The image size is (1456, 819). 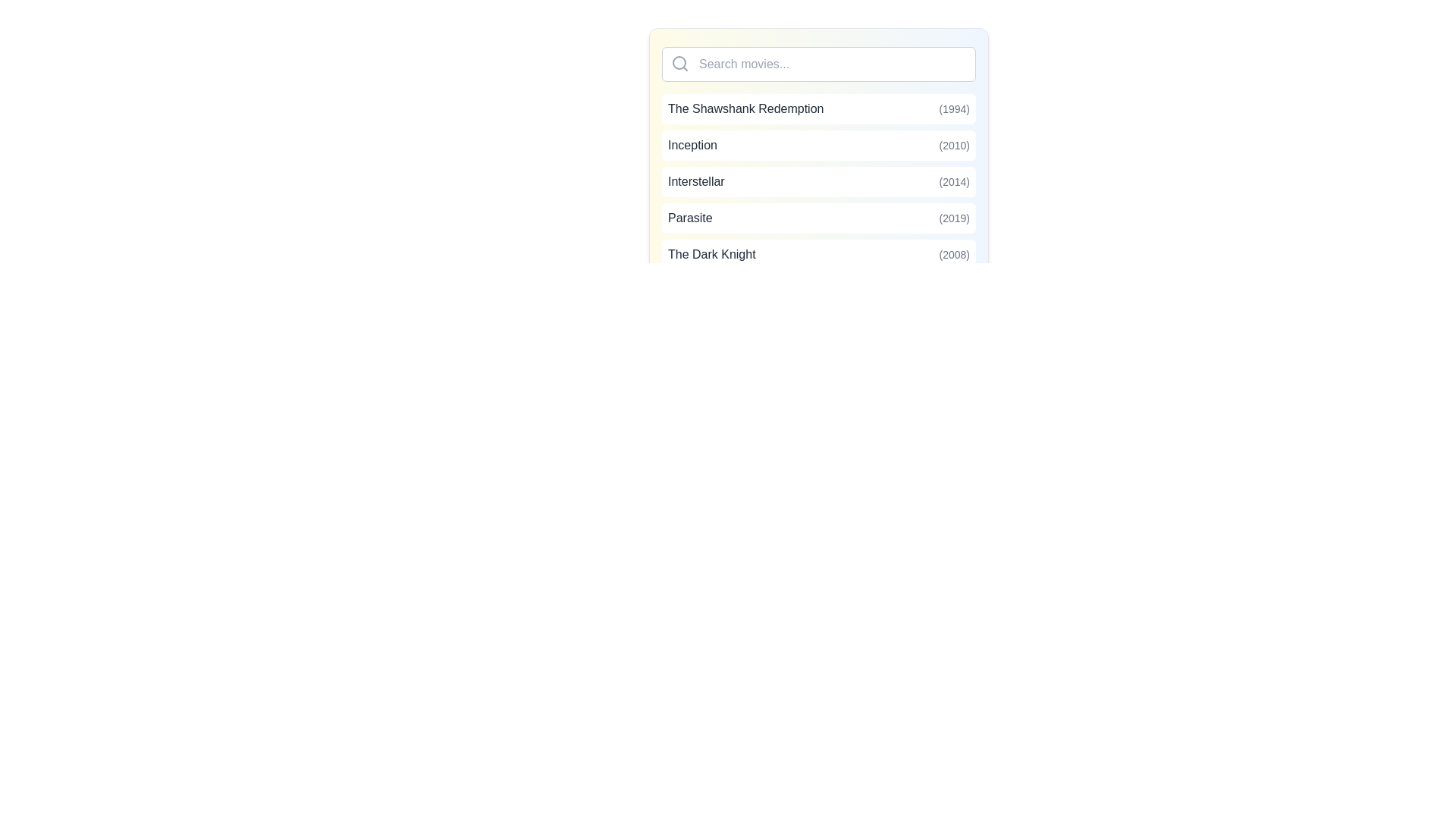 What do you see at coordinates (953, 146) in the screenshot?
I see `the text label displaying '(2010)', which is styled in gray font and positioned to the right of the text label 'Inception' in the second row of a vertical list of movie titles` at bounding box center [953, 146].